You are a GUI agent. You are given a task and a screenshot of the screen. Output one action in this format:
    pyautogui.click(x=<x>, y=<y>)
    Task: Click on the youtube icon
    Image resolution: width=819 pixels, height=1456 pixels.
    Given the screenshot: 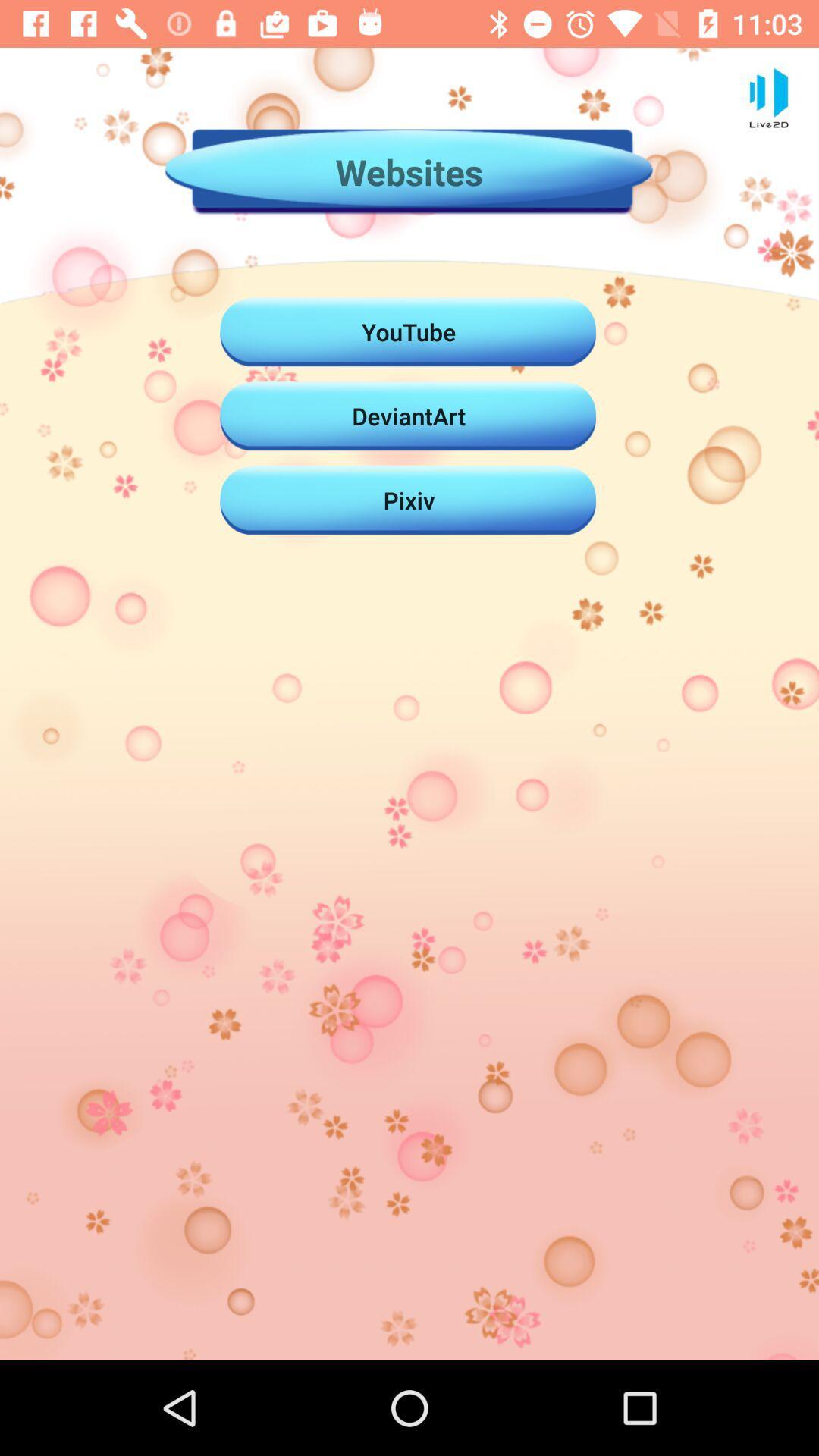 What is the action you would take?
    pyautogui.click(x=408, y=331)
    